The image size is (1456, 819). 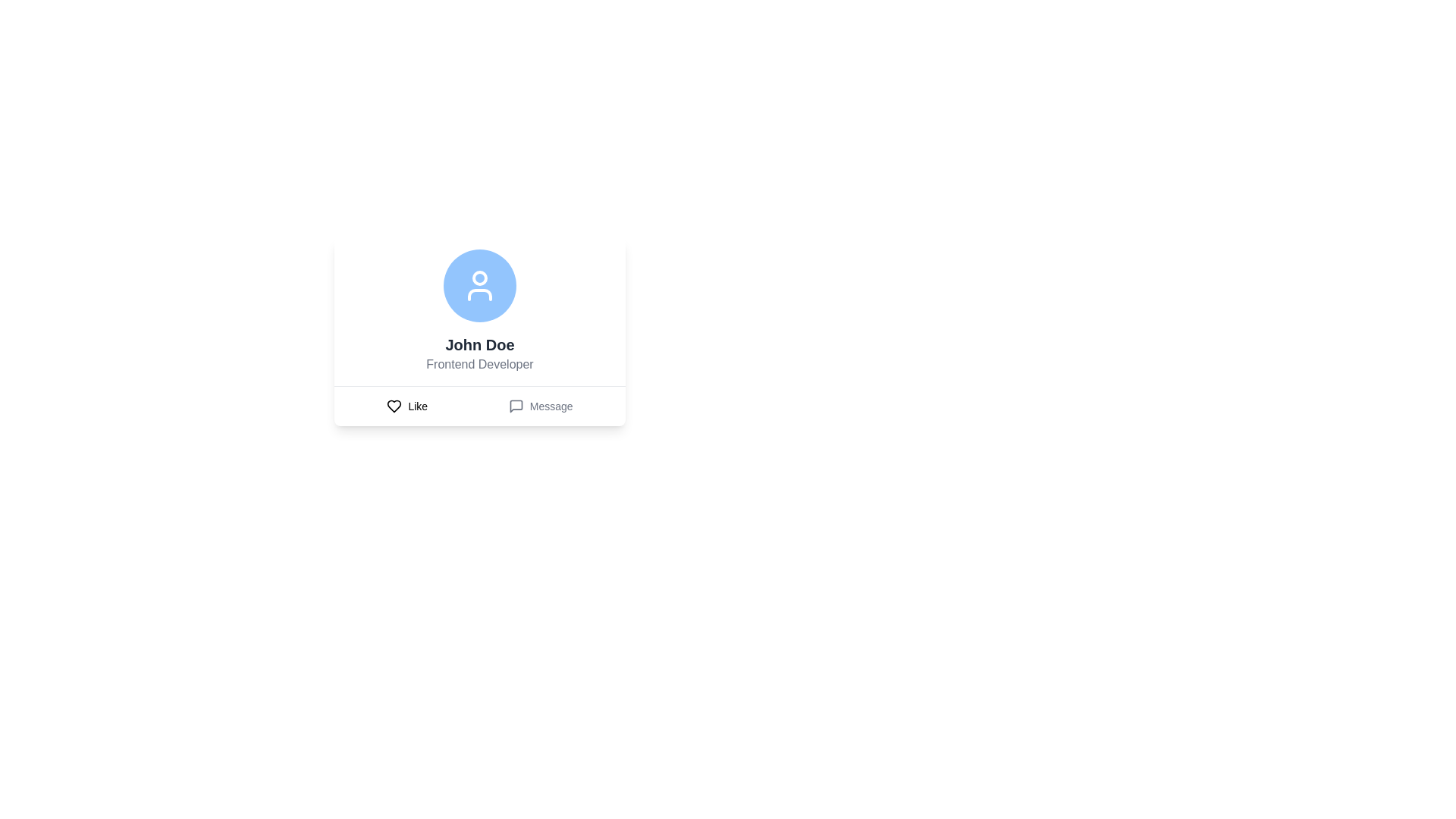 What do you see at coordinates (394, 406) in the screenshot?
I see `the 'Like' icon located at the bottom-left corner of John Doe's profile card` at bounding box center [394, 406].